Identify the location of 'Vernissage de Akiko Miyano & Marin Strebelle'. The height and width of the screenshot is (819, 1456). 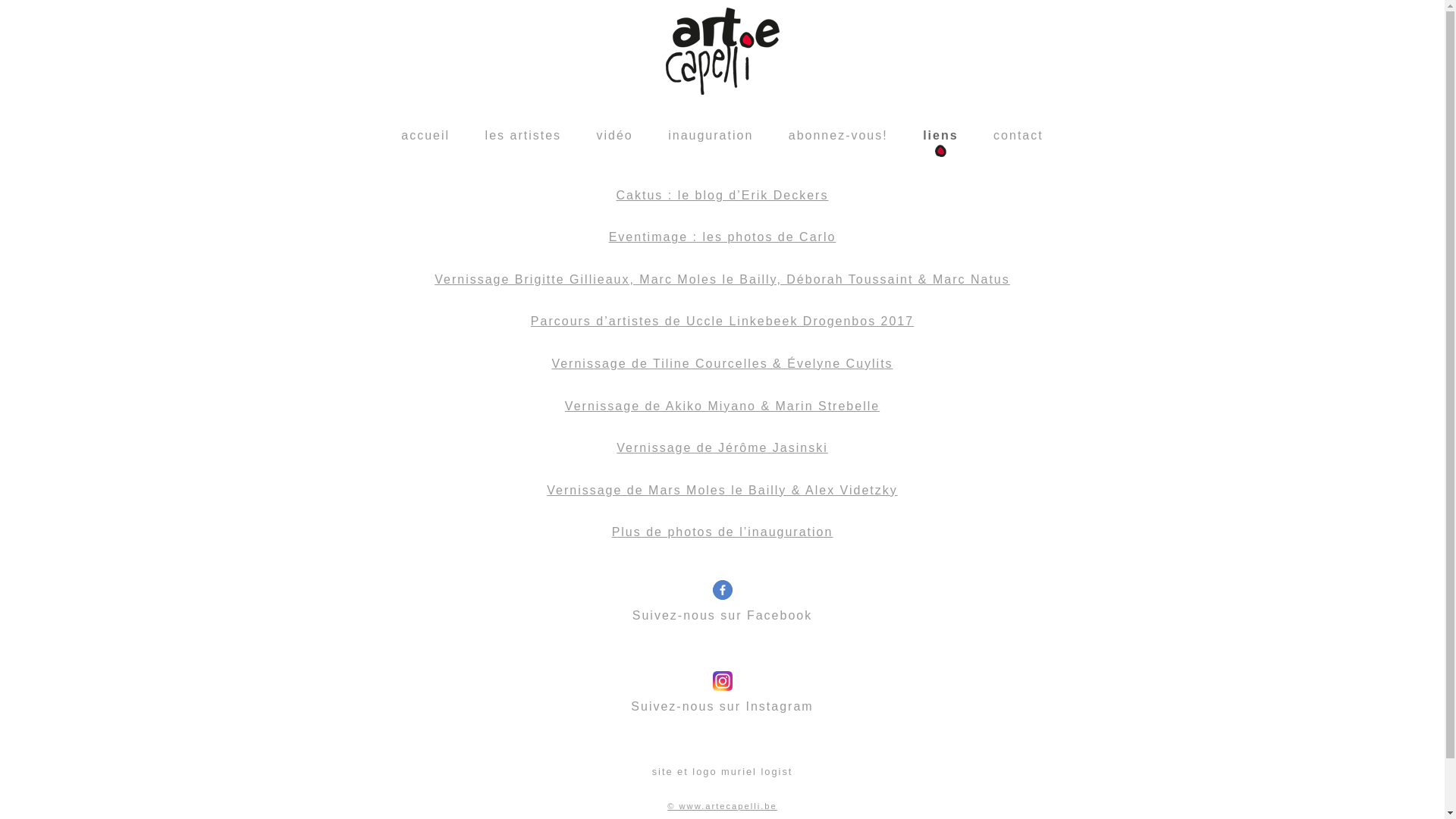
(563, 405).